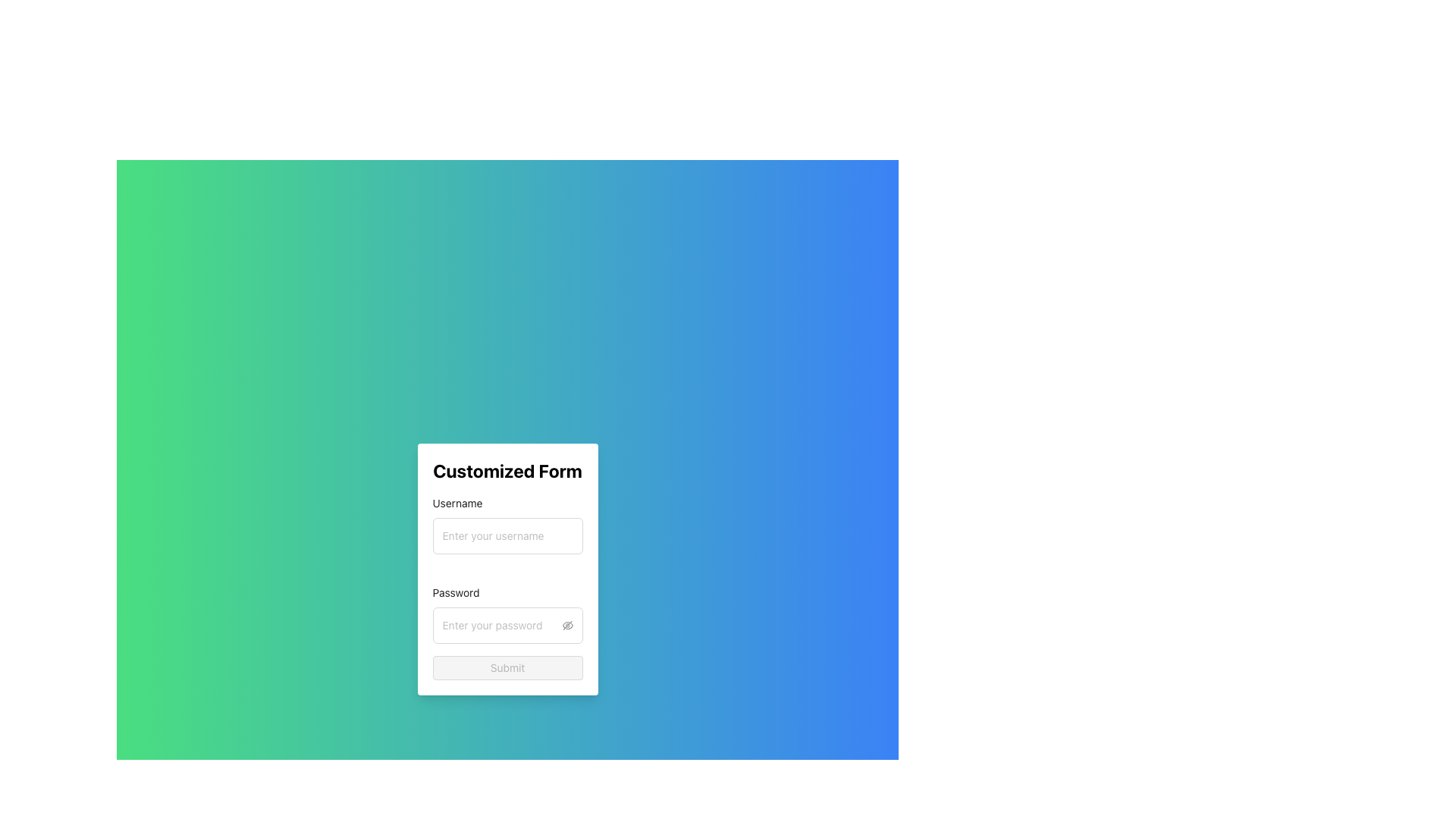 This screenshot has width=1456, height=819. I want to click on the eye icon with a slash through it, located to the right of the password input field, so click(566, 626).